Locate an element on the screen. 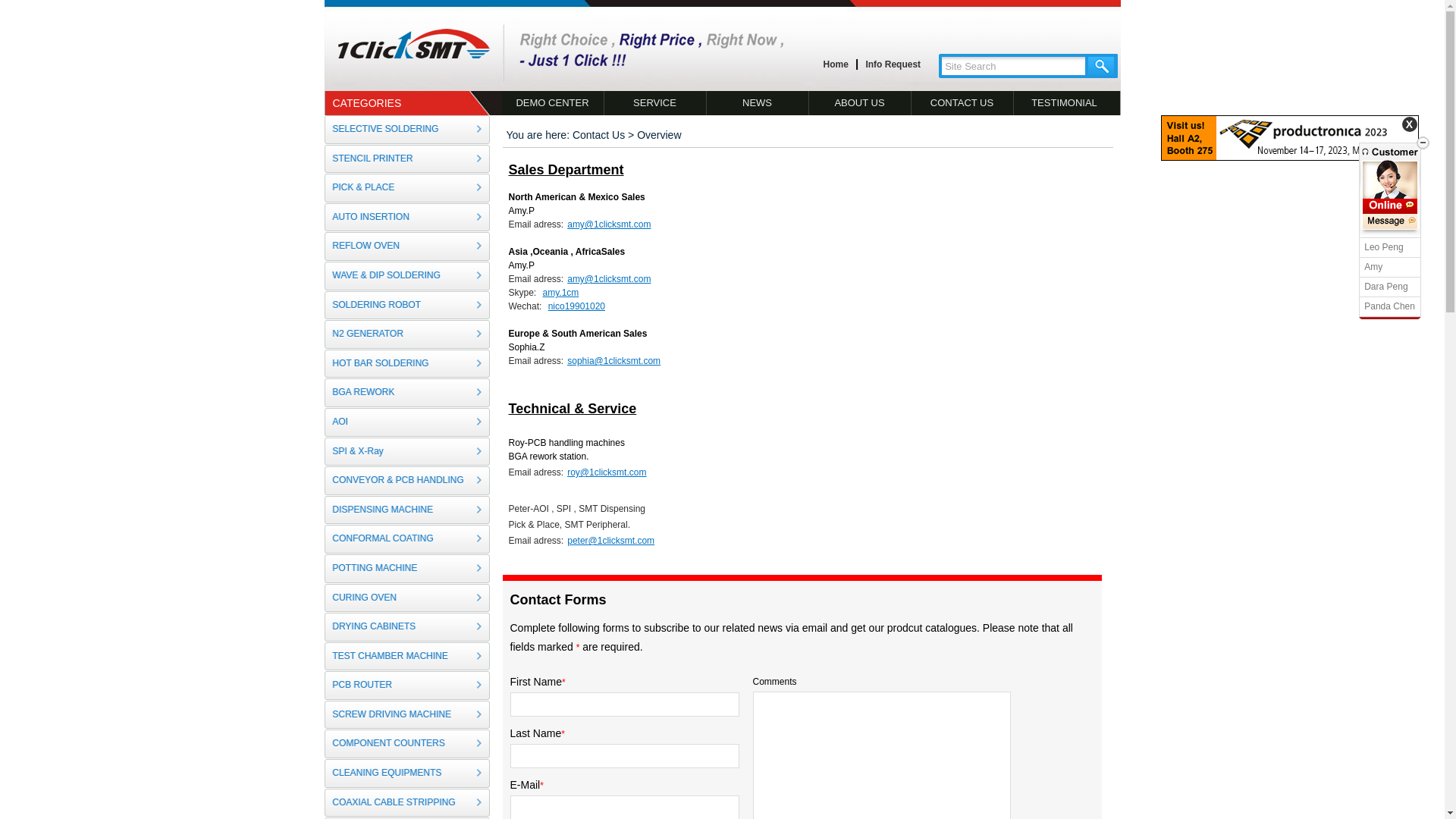 The width and height of the screenshot is (1456, 819). 'TEST CHAMBER MACHINE' is located at coordinates (407, 656).